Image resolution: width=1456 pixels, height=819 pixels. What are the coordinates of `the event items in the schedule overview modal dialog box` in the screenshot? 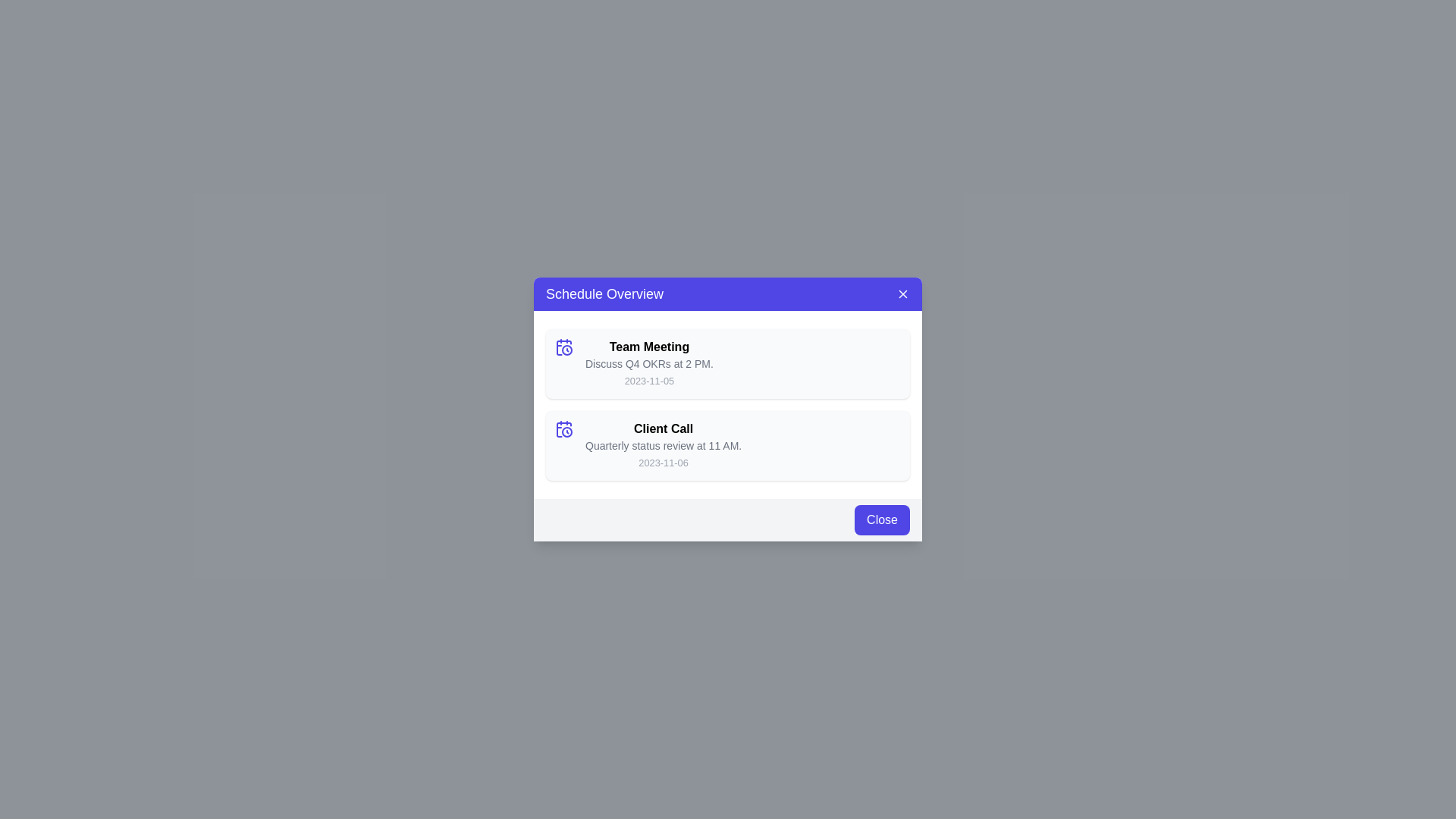 It's located at (728, 409).